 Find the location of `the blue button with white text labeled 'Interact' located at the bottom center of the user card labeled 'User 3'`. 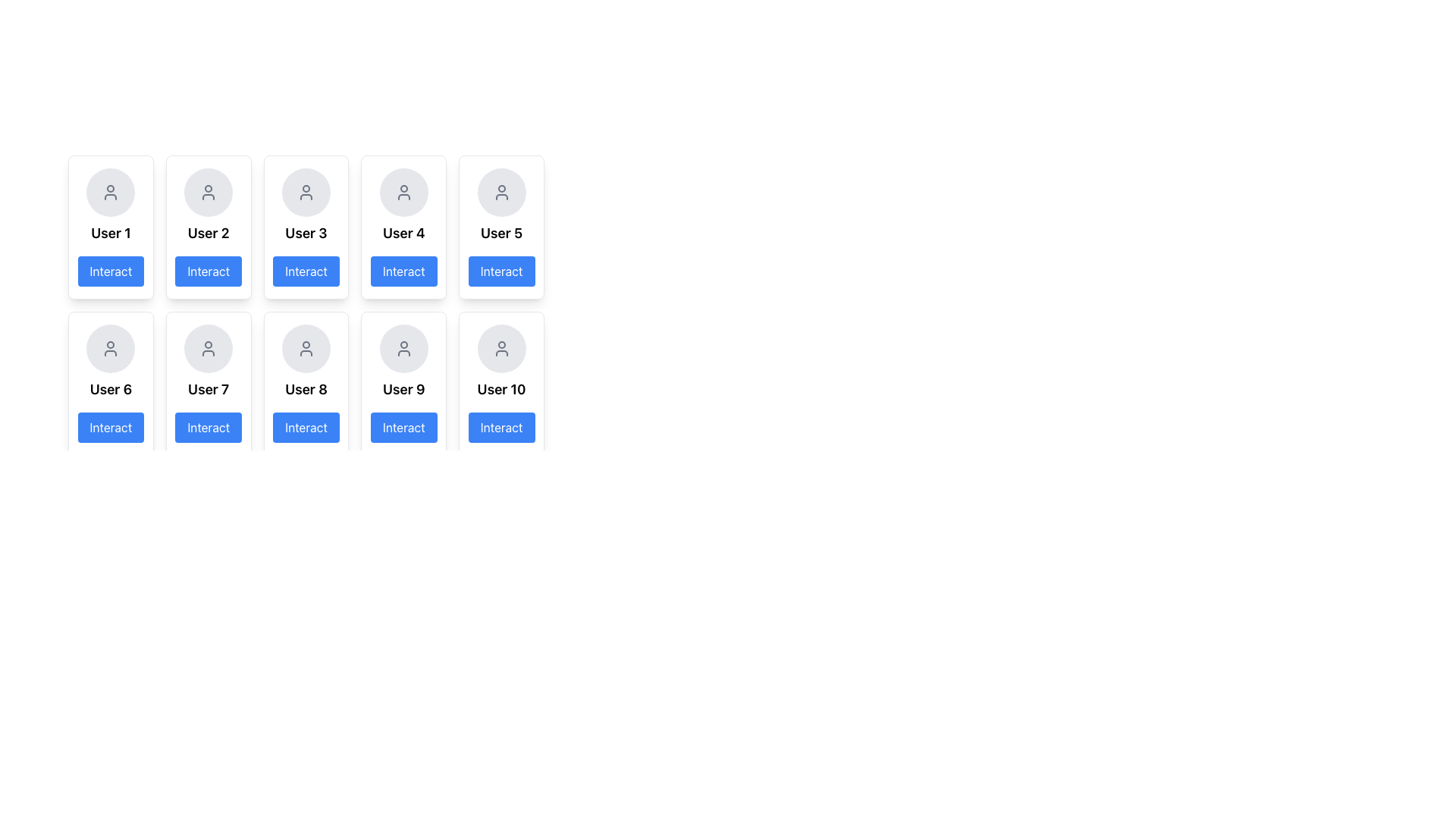

the blue button with white text labeled 'Interact' located at the bottom center of the user card labeled 'User 3' is located at coordinates (305, 271).